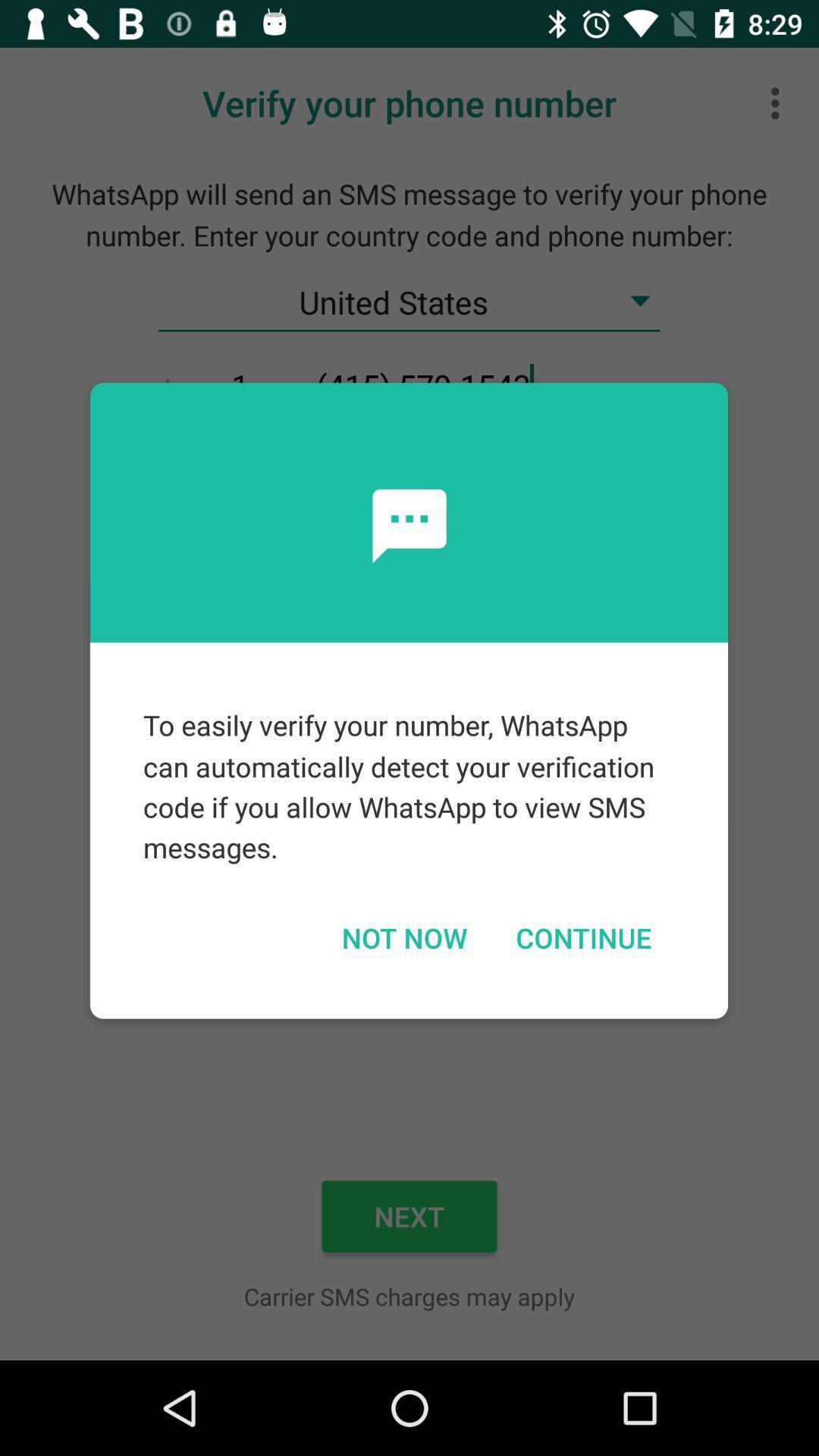  What do you see at coordinates (403, 937) in the screenshot?
I see `the icon next to continue item` at bounding box center [403, 937].